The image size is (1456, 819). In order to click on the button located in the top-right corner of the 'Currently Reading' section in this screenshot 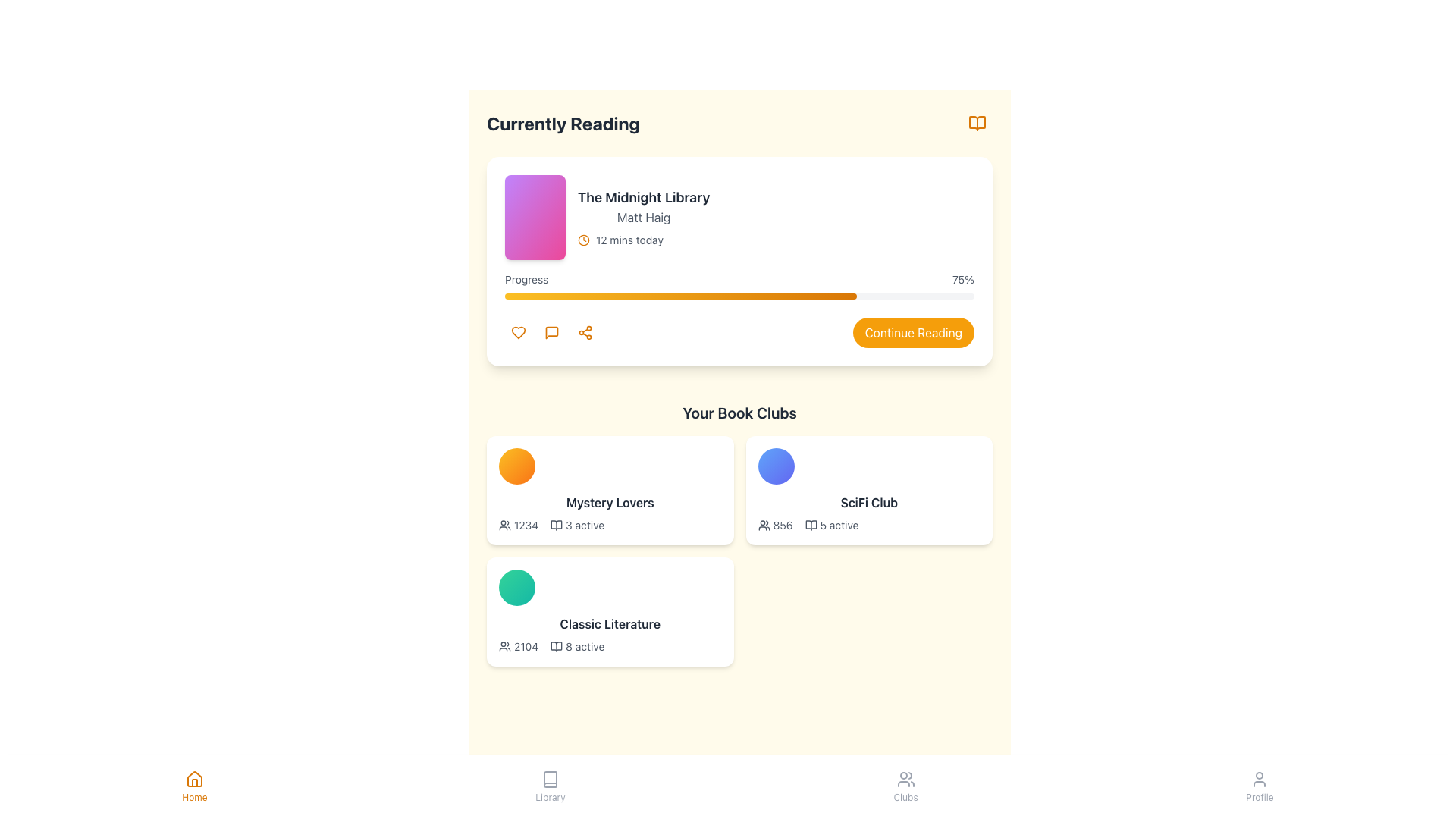, I will do `click(977, 122)`.